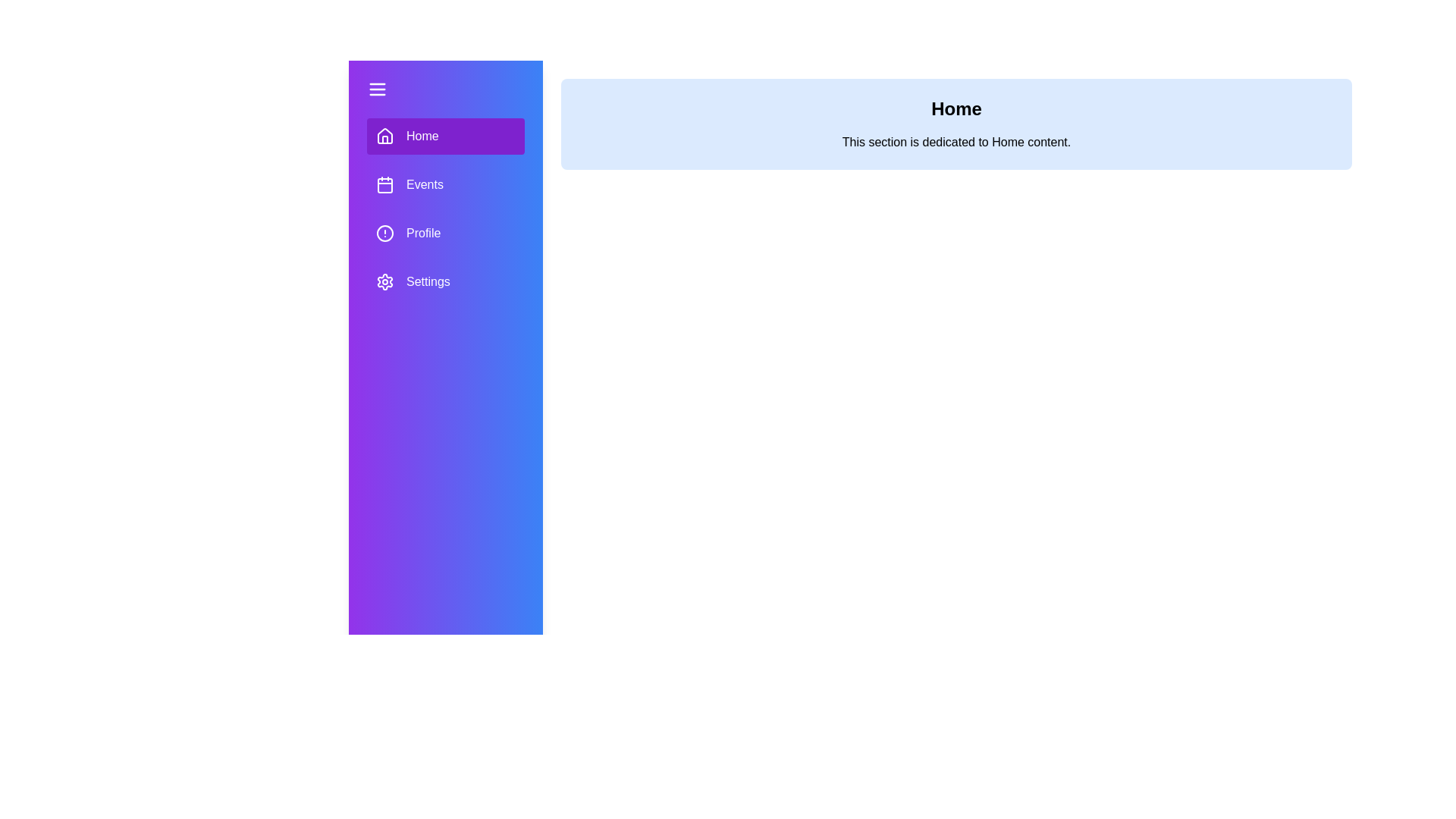  What do you see at coordinates (425, 184) in the screenshot?
I see `the 'Events' text label in the vertical menu on the left-hand side to trigger hover effects` at bounding box center [425, 184].